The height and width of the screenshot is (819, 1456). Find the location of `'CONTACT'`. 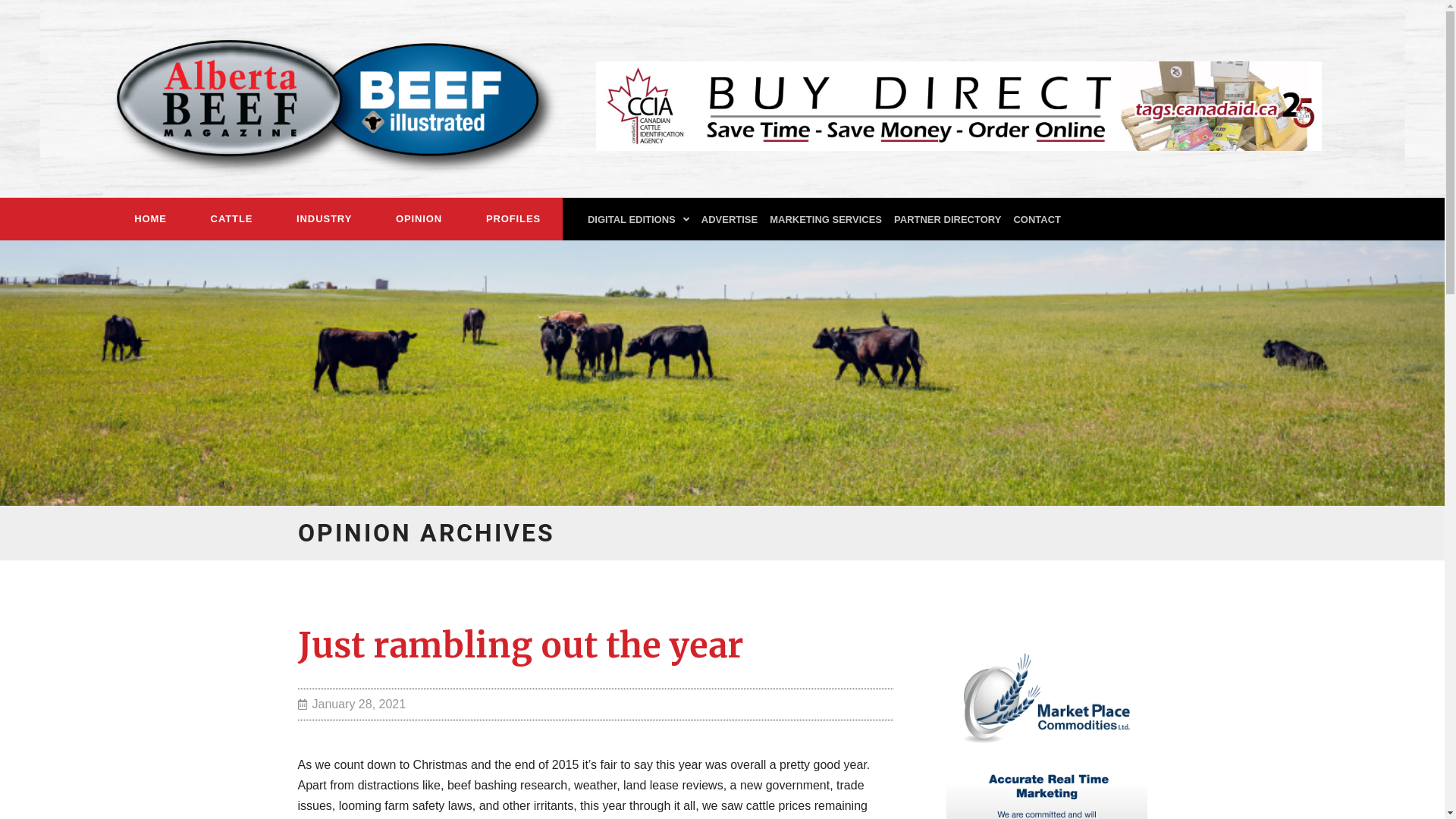

'CONTACT' is located at coordinates (1036, 219).